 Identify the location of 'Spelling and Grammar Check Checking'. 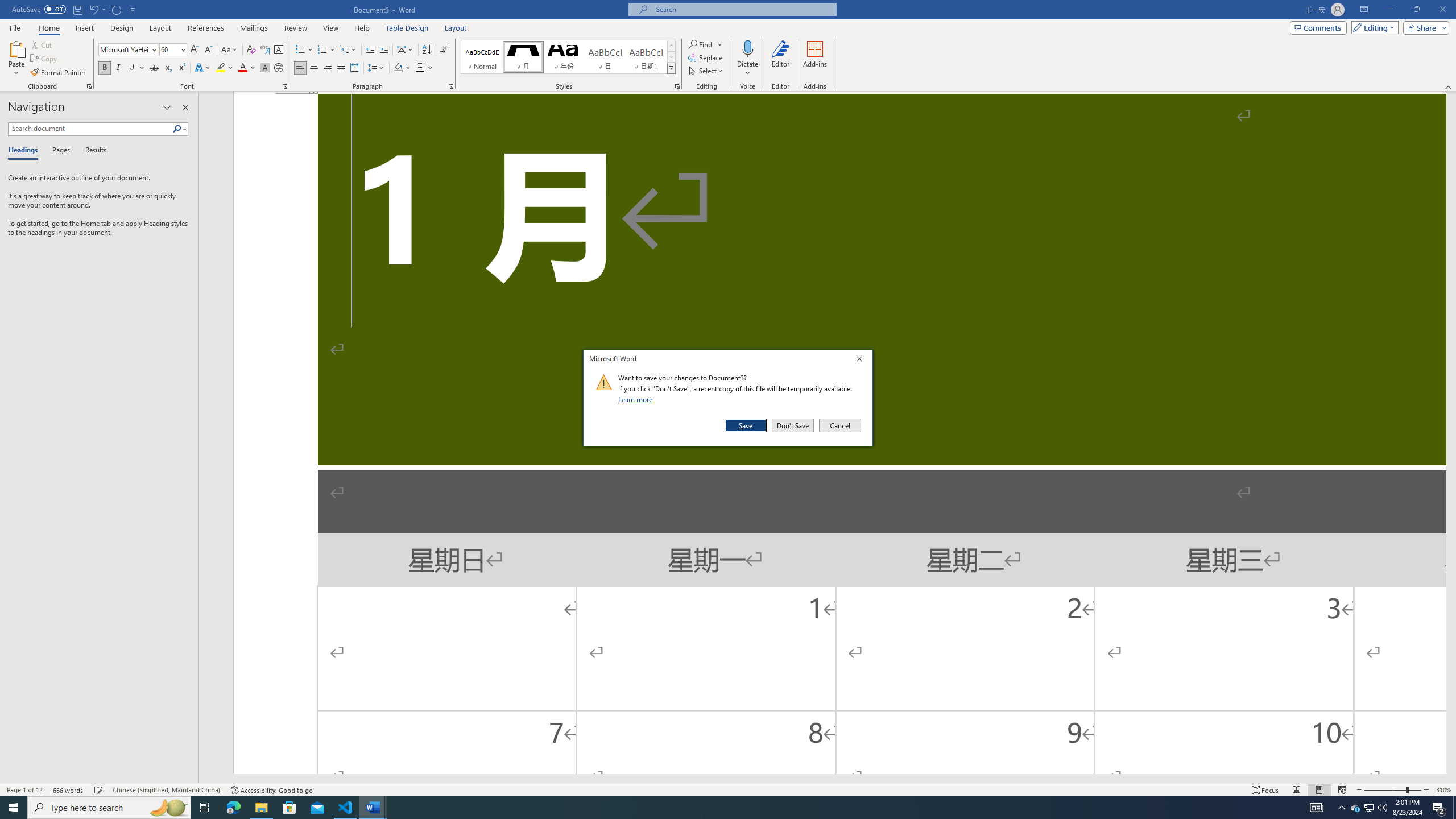
(99, 790).